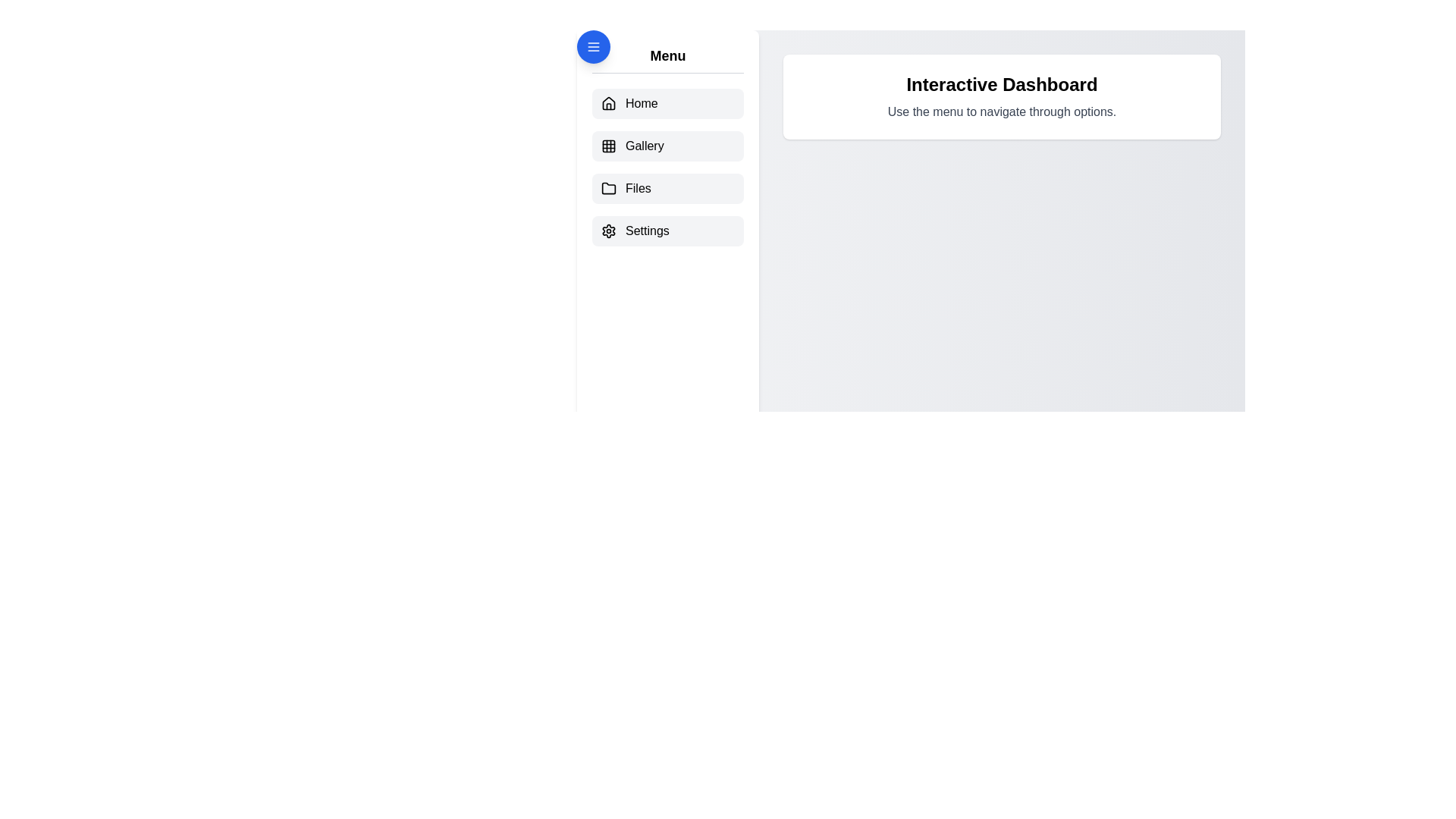 This screenshot has height=819, width=1456. What do you see at coordinates (667, 146) in the screenshot?
I see `the menu item Gallery` at bounding box center [667, 146].